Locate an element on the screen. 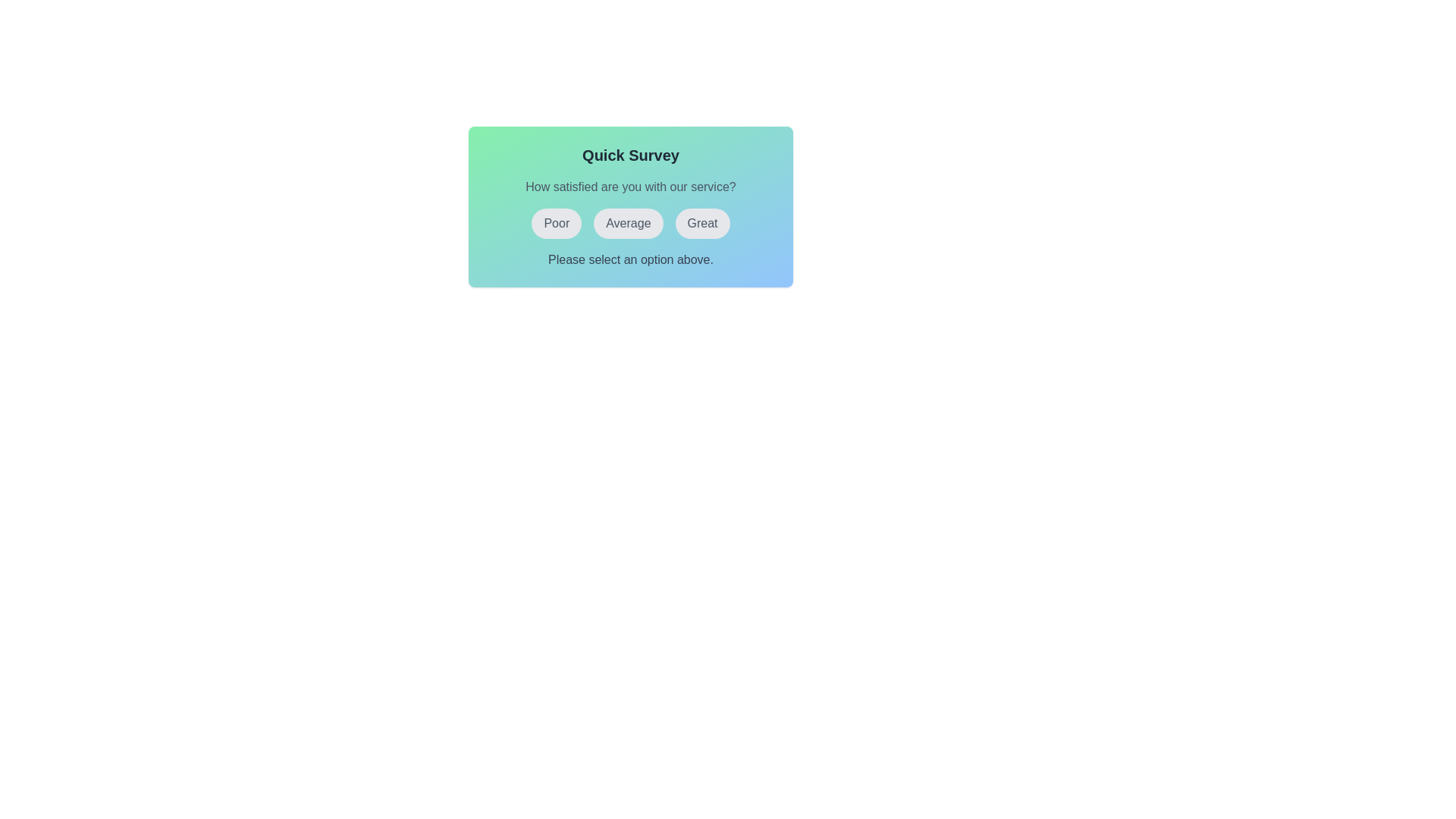  the button labeled Poor is located at coordinates (556, 223).